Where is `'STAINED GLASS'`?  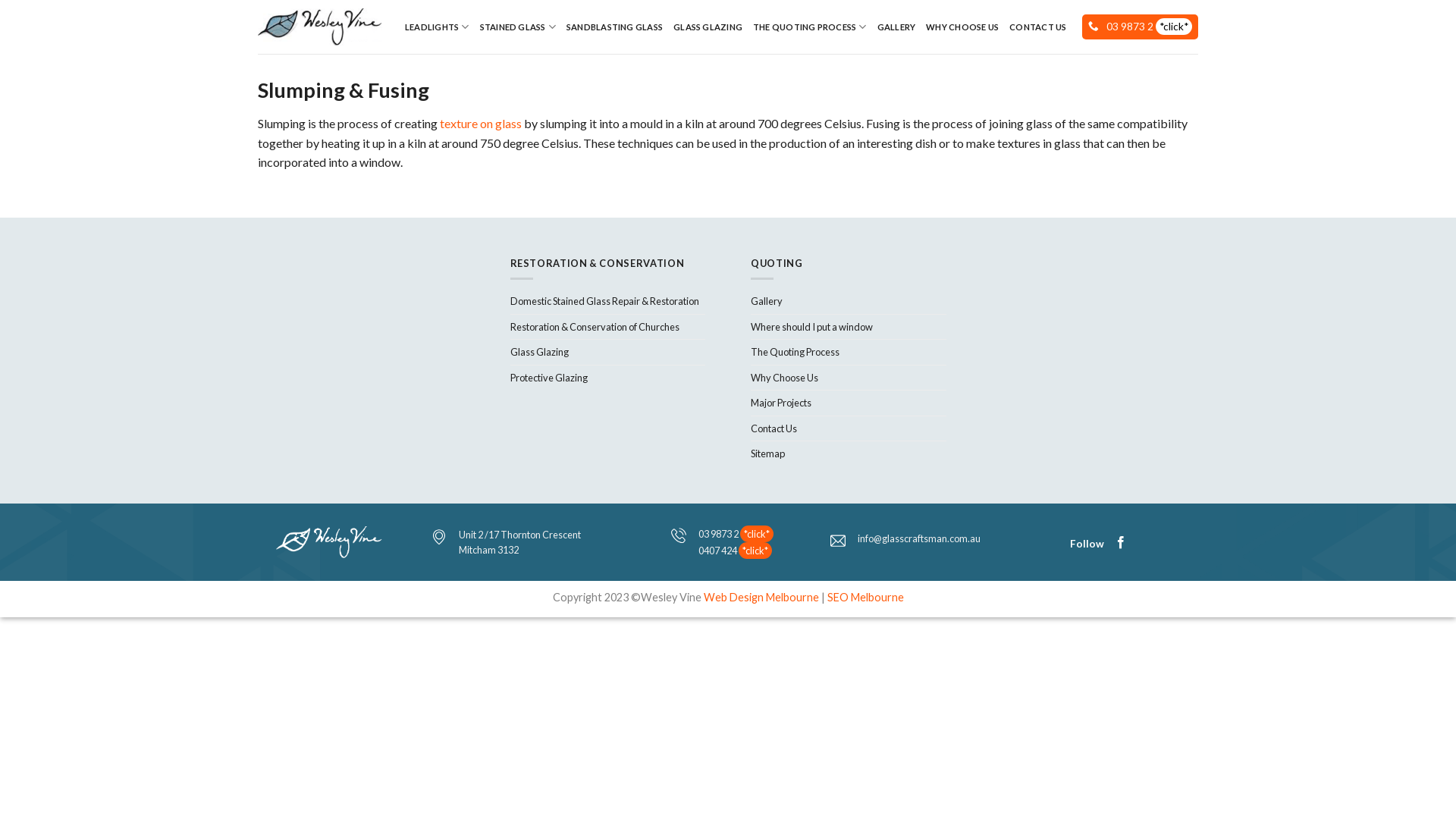
'STAINED GLASS' is located at coordinates (517, 27).